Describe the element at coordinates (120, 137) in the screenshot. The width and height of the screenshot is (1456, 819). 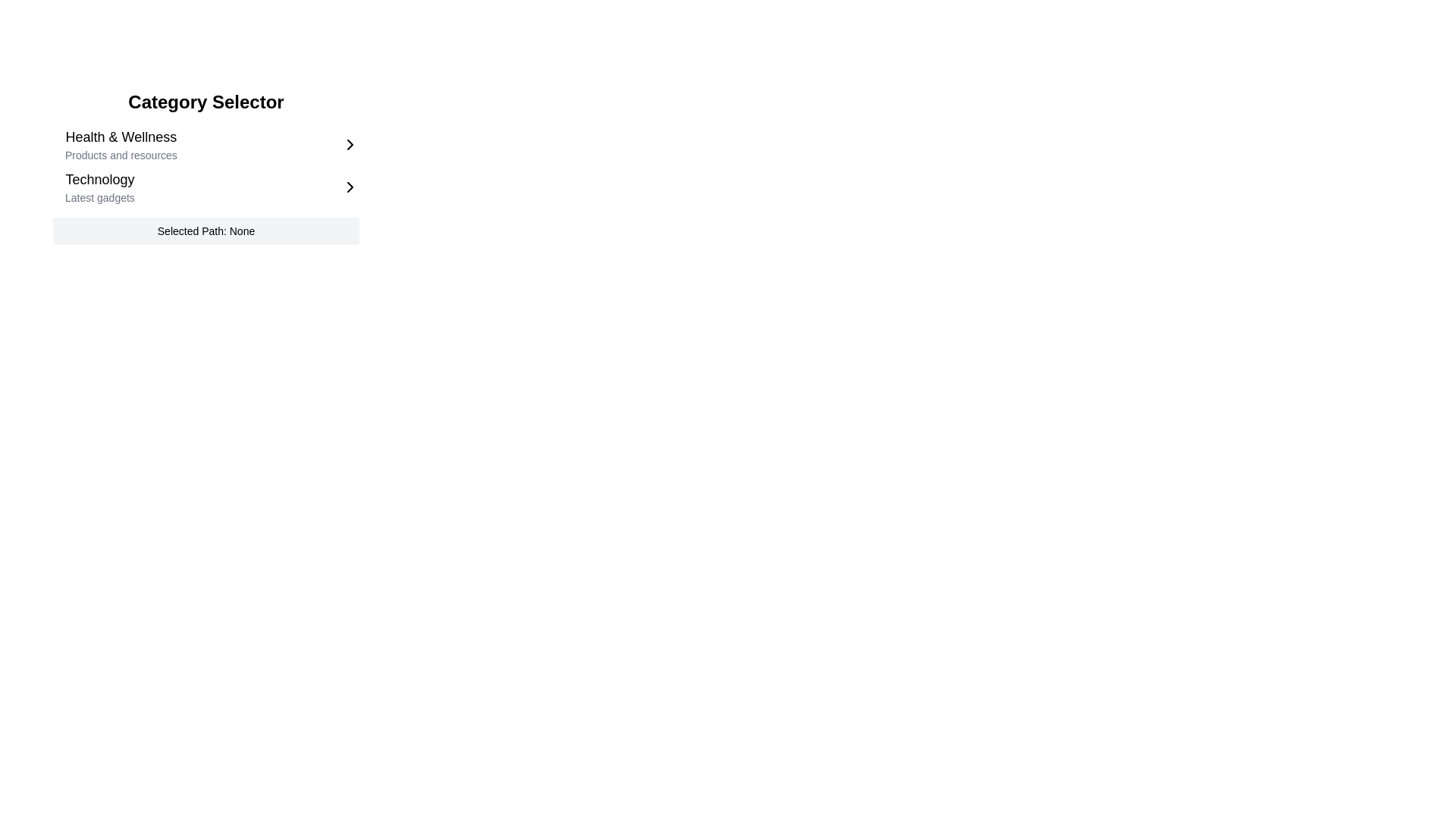
I see `title of the Label displaying 'Health & Wellness', which is styled in bold and larger font, located under the 'Category Selector' header` at that location.